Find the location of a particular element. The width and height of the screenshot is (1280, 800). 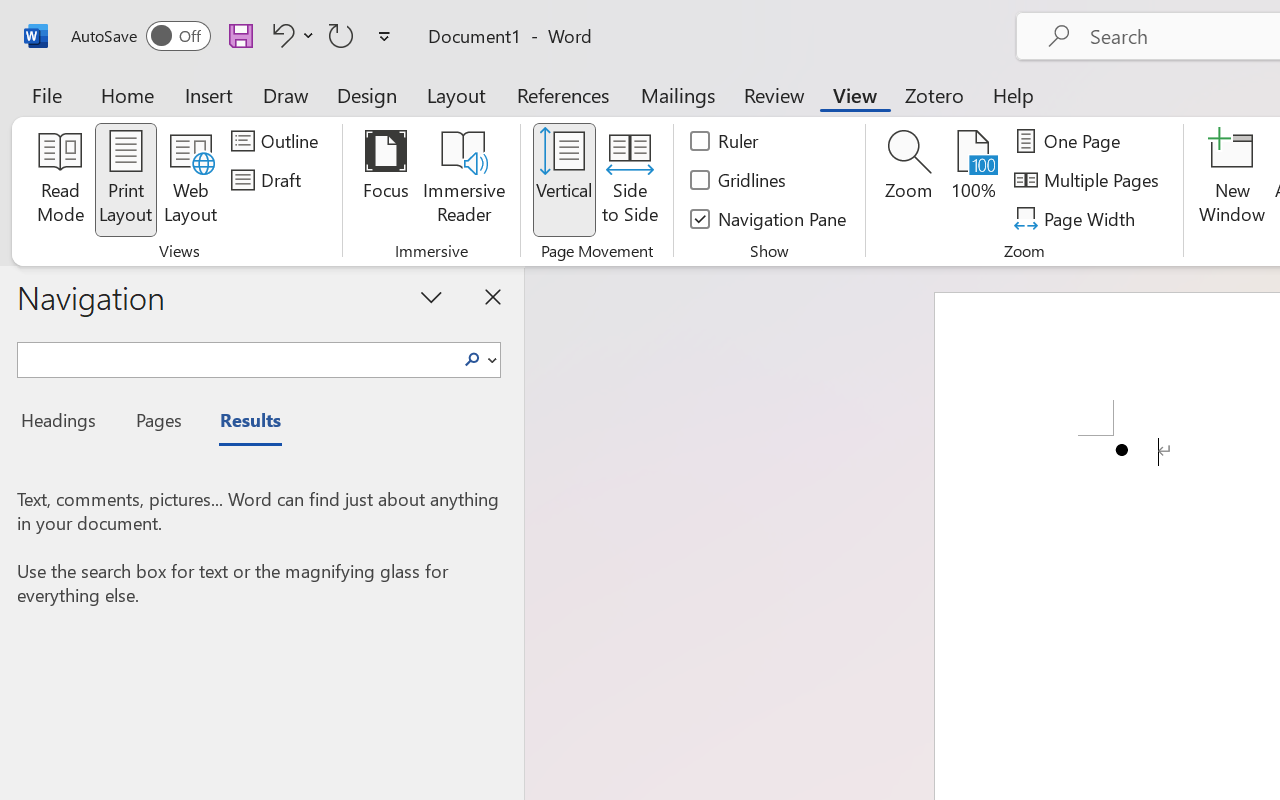

'Pages' is located at coordinates (155, 423).